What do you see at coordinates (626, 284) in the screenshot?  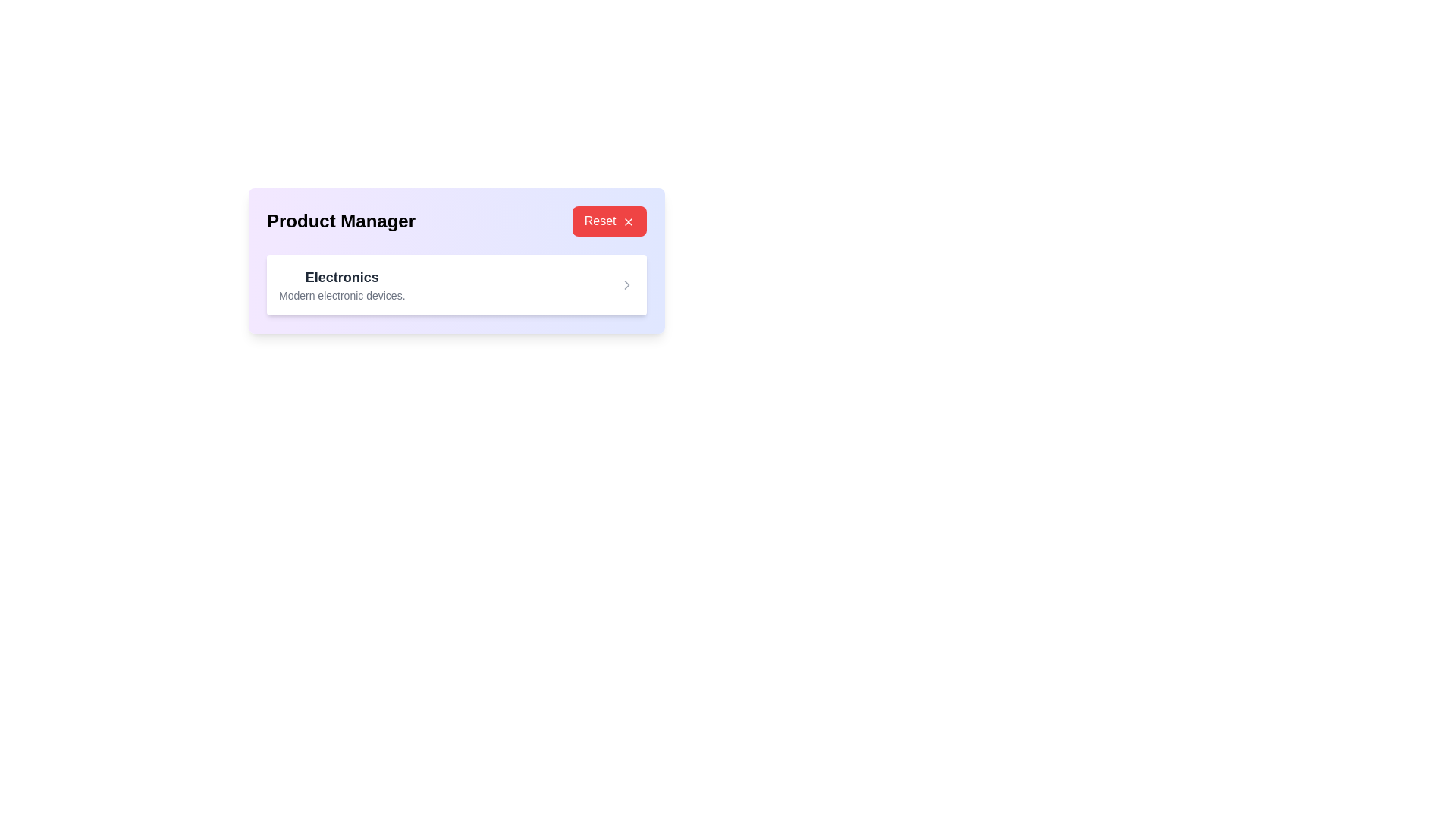 I see `the vector icon or arrow chevron located in the middle-right area of the white rectangular block labeled 'Electronics'` at bounding box center [626, 284].